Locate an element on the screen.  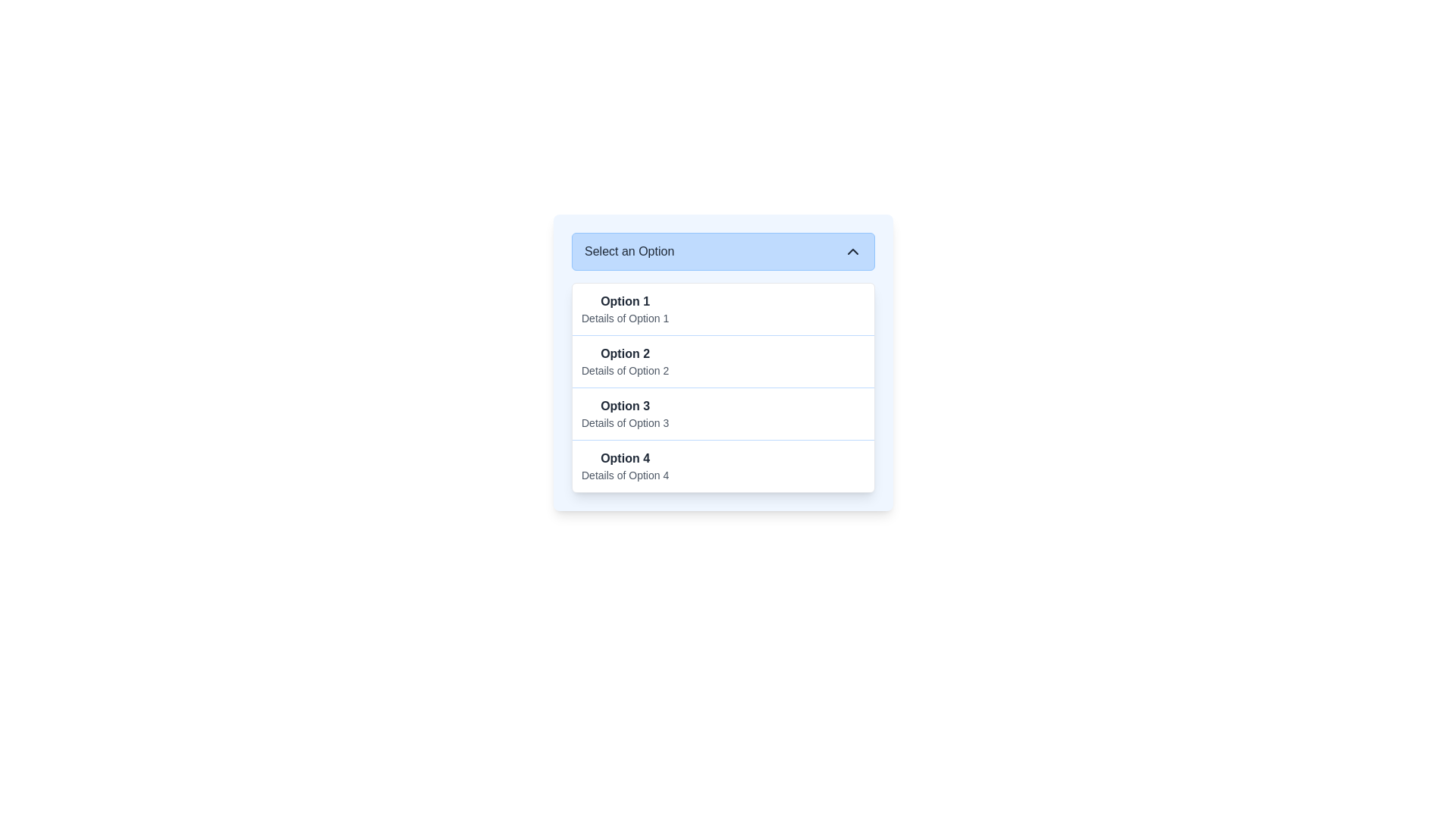
the 'Option 3' list item in the dropdown menu is located at coordinates (625, 414).